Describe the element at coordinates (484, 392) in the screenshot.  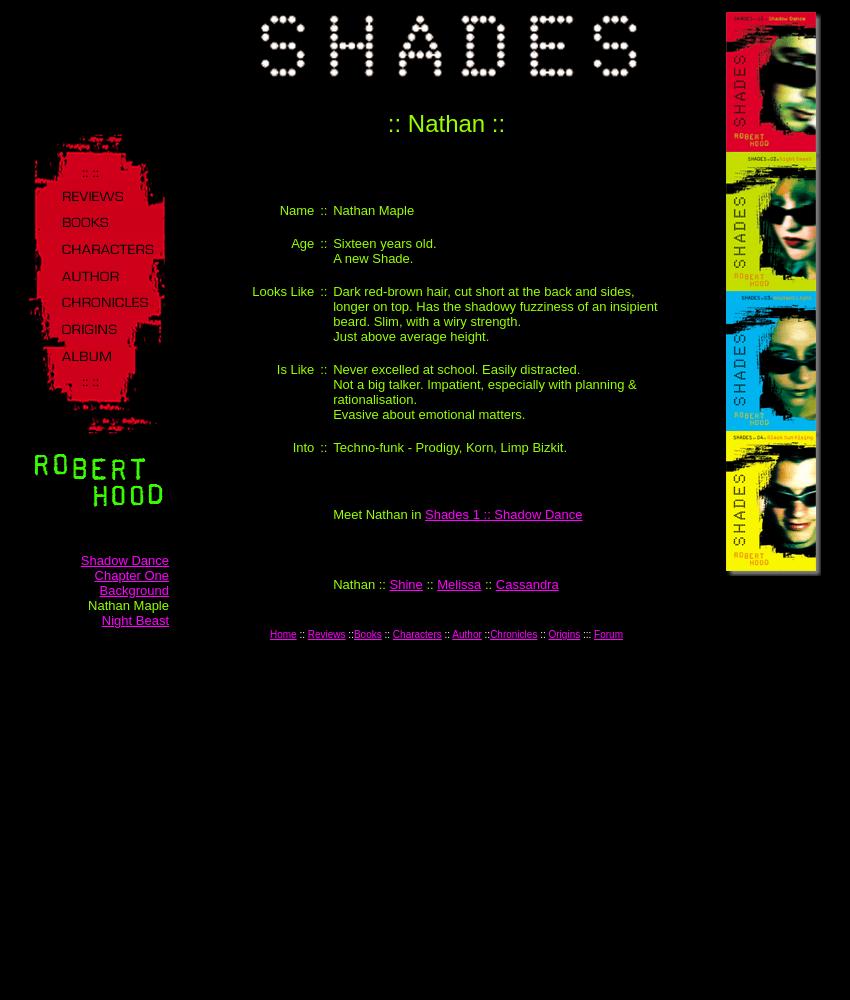
I see `'Not 
                      a big talker. Impatient, especially with planning & rationalisation.'` at that location.